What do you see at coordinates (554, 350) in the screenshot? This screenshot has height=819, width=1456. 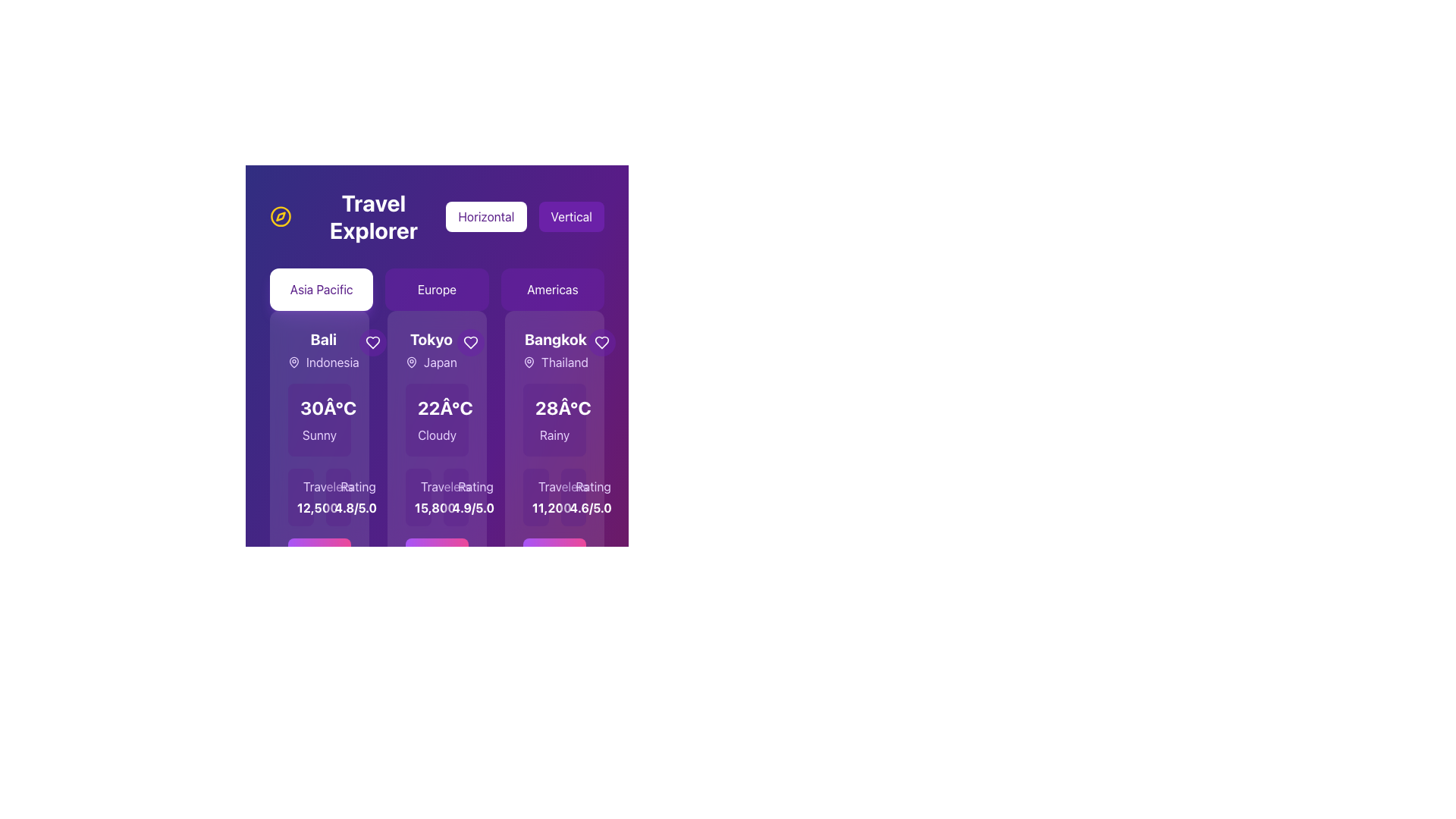 I see `the title text label for 'Bangkok, Thailand' located in the top-left section of the travel card in the 'Travel Explorer' interface` at bounding box center [554, 350].